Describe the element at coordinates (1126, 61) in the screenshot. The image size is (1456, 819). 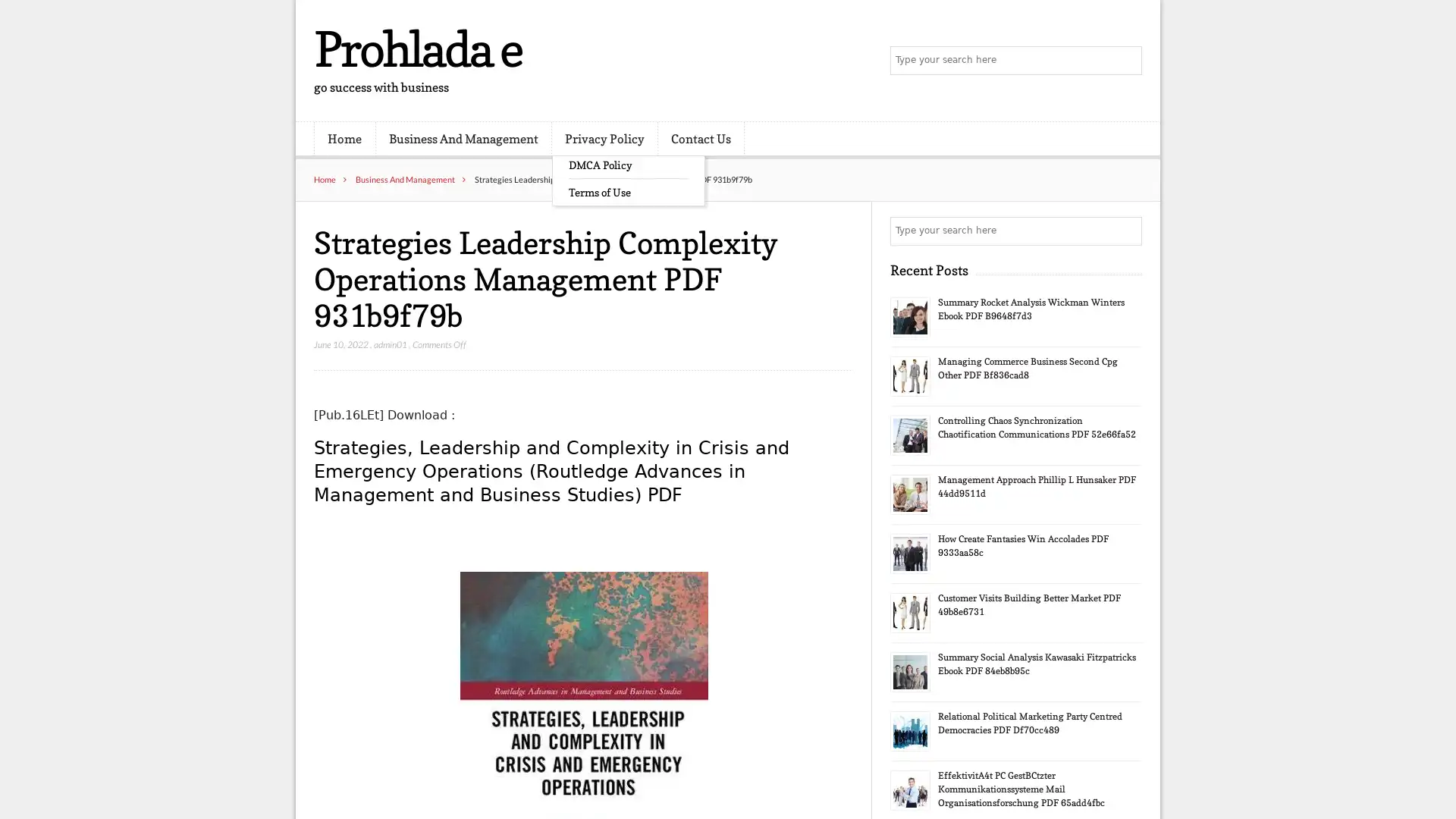
I see `Search` at that location.